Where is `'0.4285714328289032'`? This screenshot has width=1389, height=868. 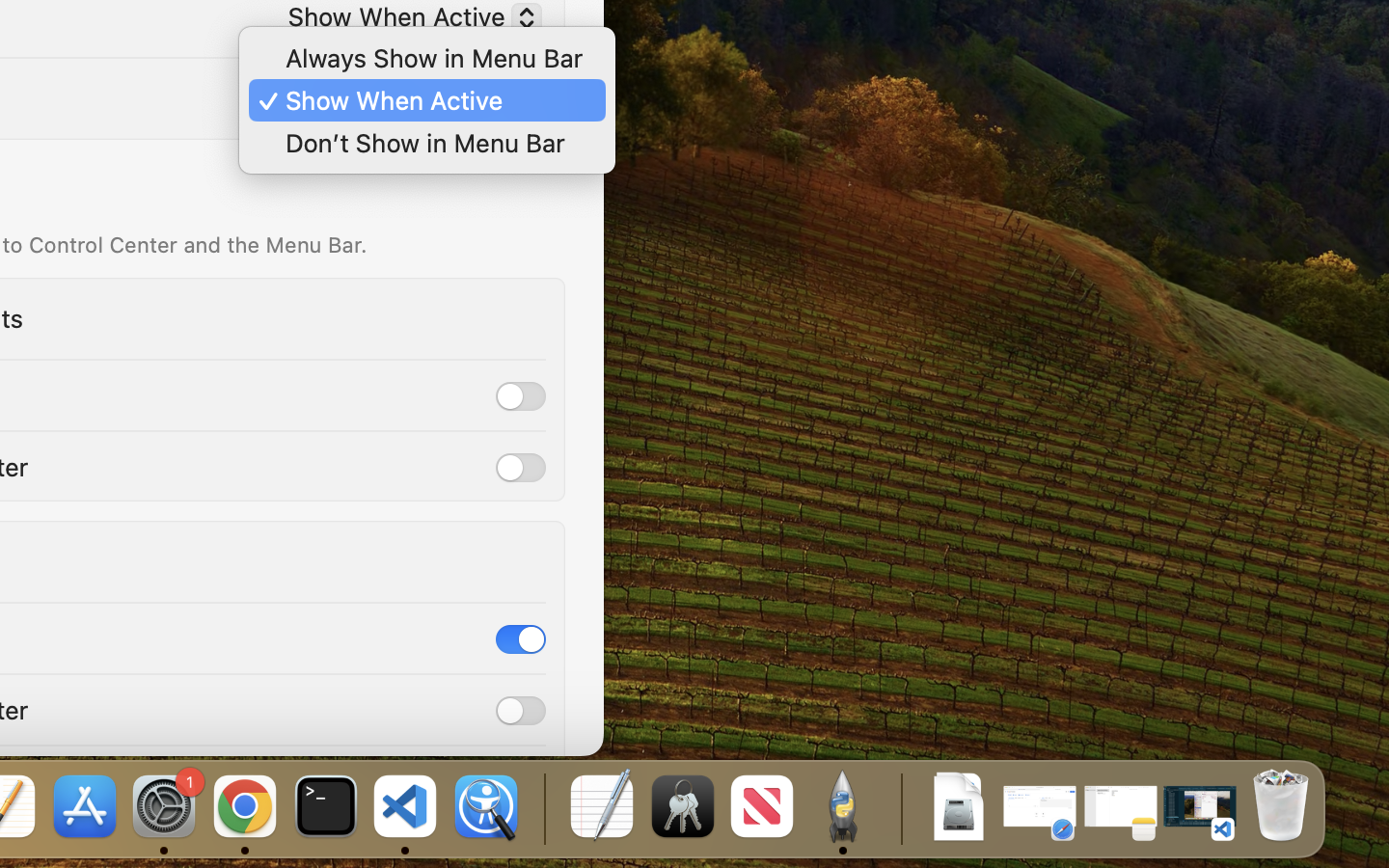 '0.4285714328289032' is located at coordinates (542, 807).